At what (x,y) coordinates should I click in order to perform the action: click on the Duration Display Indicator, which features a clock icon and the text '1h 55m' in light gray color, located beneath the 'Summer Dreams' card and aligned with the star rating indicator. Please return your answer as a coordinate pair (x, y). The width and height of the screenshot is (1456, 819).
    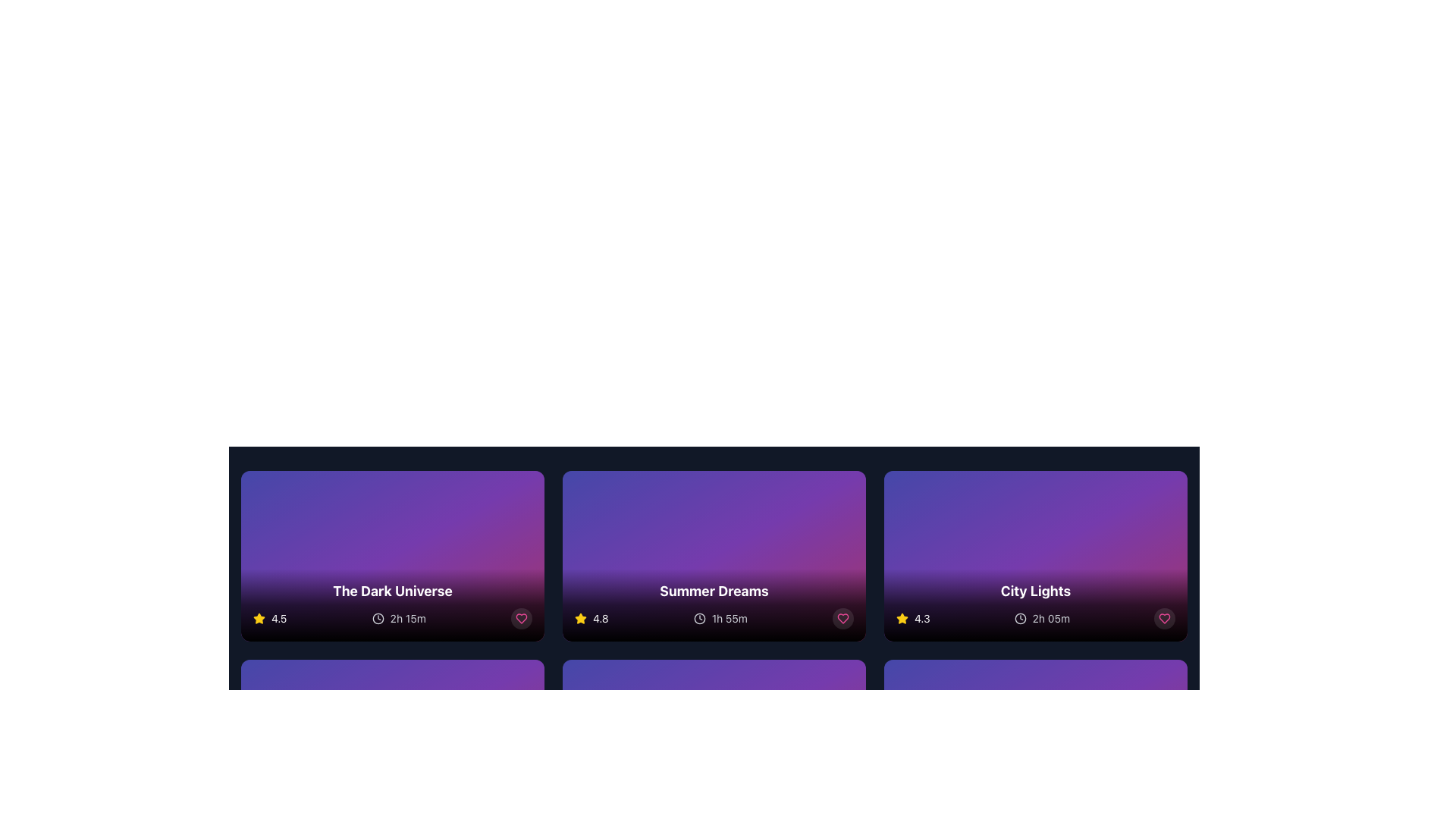
    Looking at the image, I should click on (720, 619).